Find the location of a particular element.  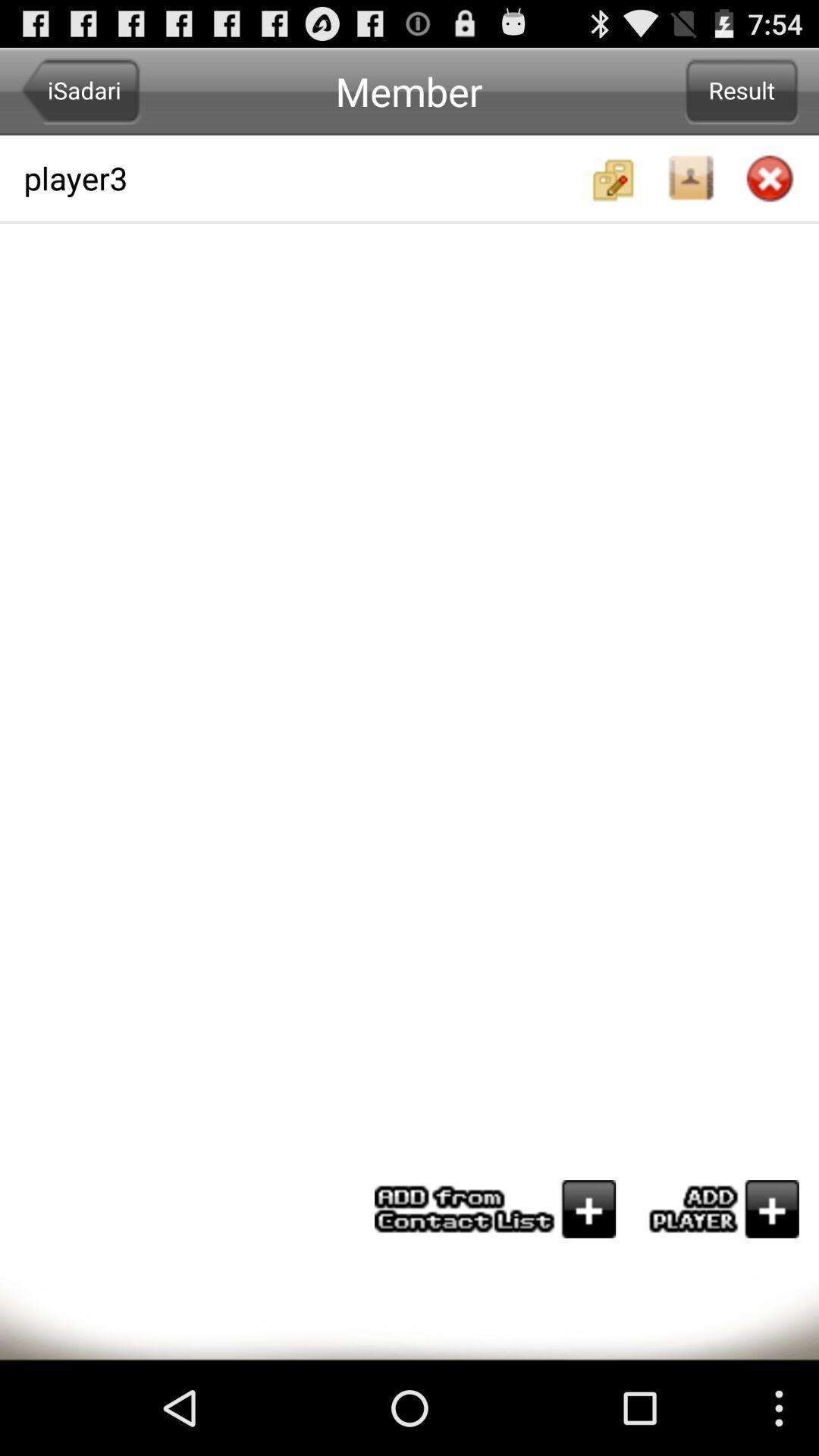

player button is located at coordinates (717, 1208).